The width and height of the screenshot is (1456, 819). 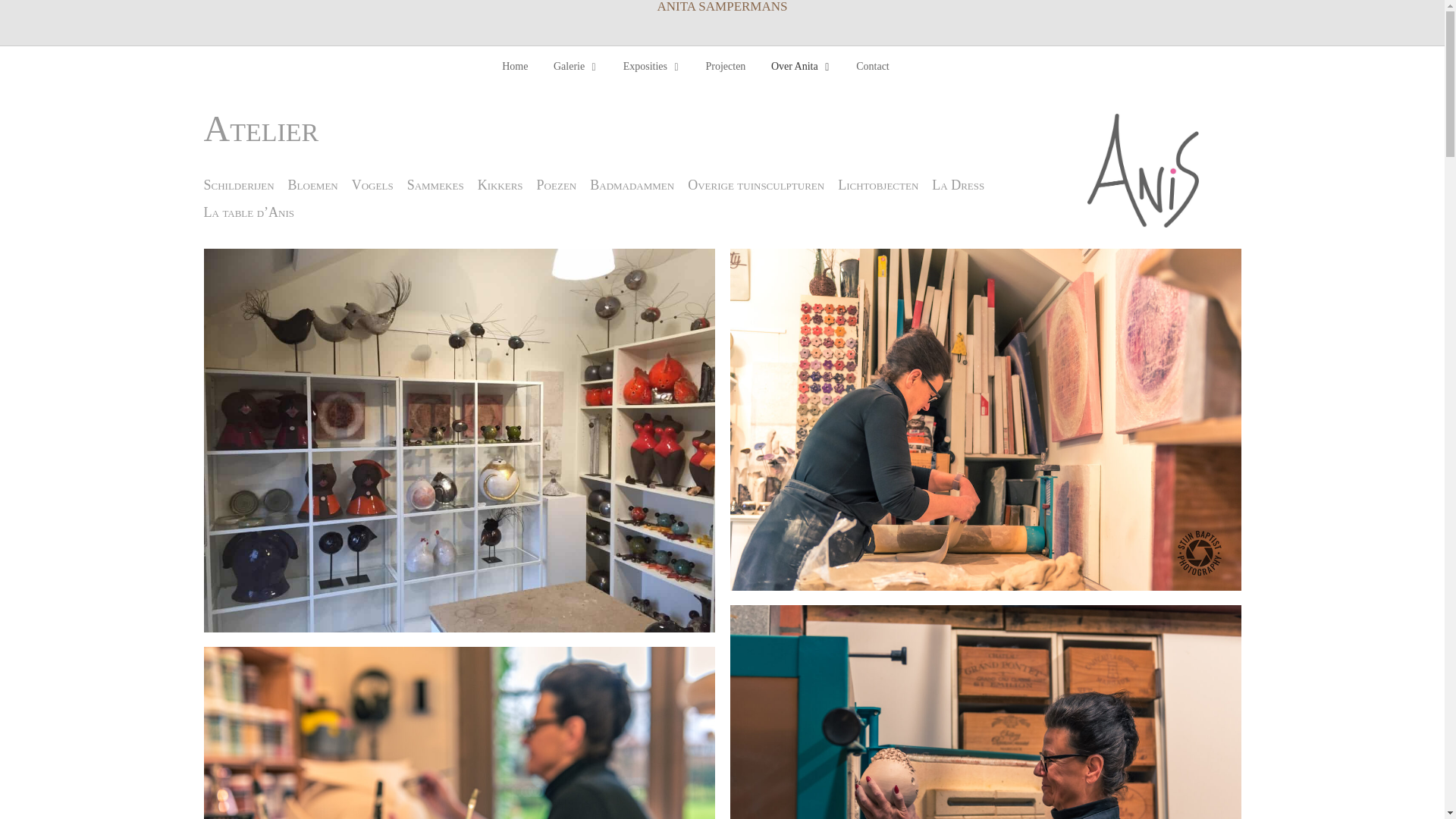 I want to click on 'Contact', so click(x=843, y=66).